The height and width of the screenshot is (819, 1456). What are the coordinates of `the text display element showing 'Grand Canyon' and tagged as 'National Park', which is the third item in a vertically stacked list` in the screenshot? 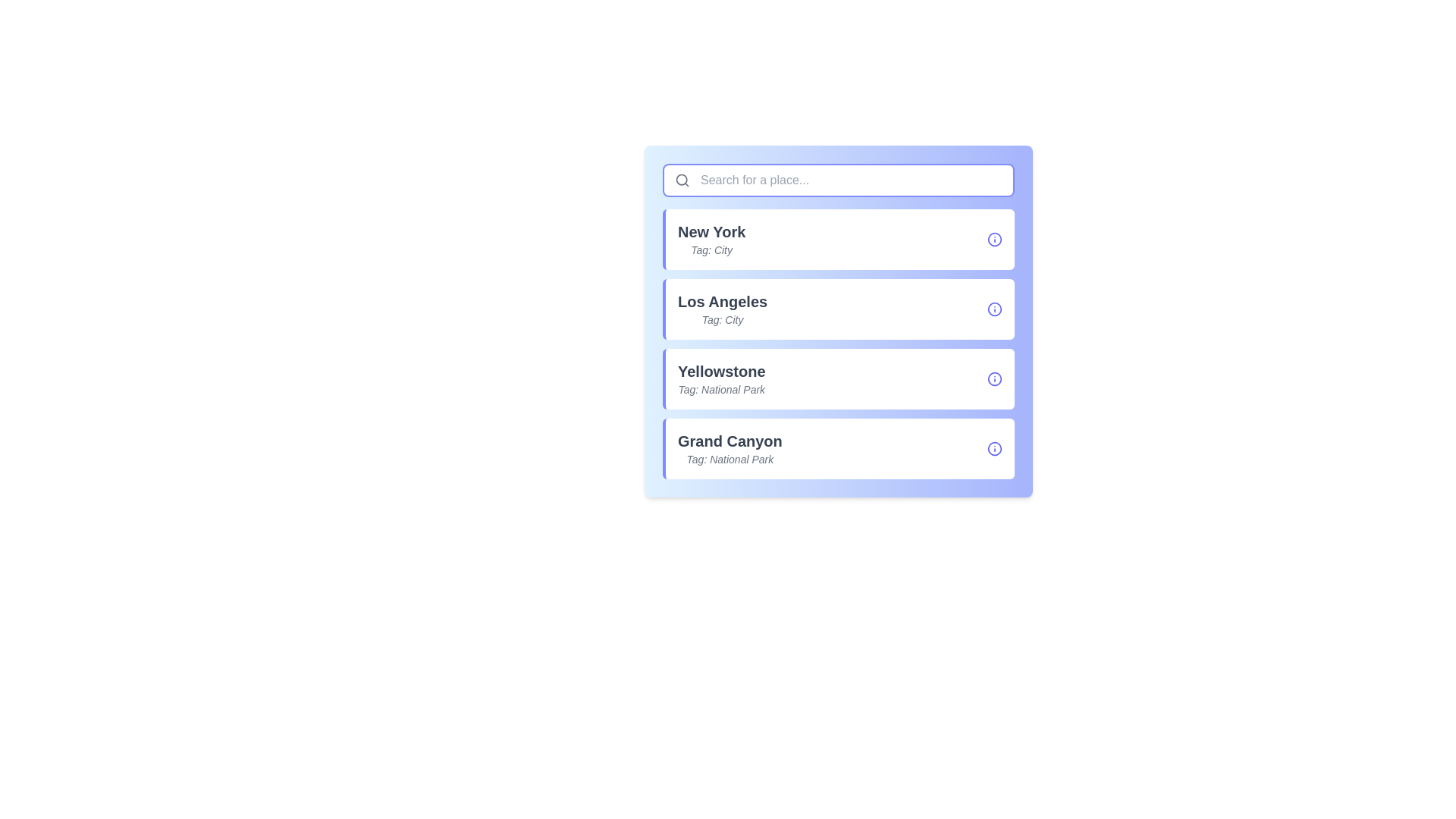 It's located at (730, 447).